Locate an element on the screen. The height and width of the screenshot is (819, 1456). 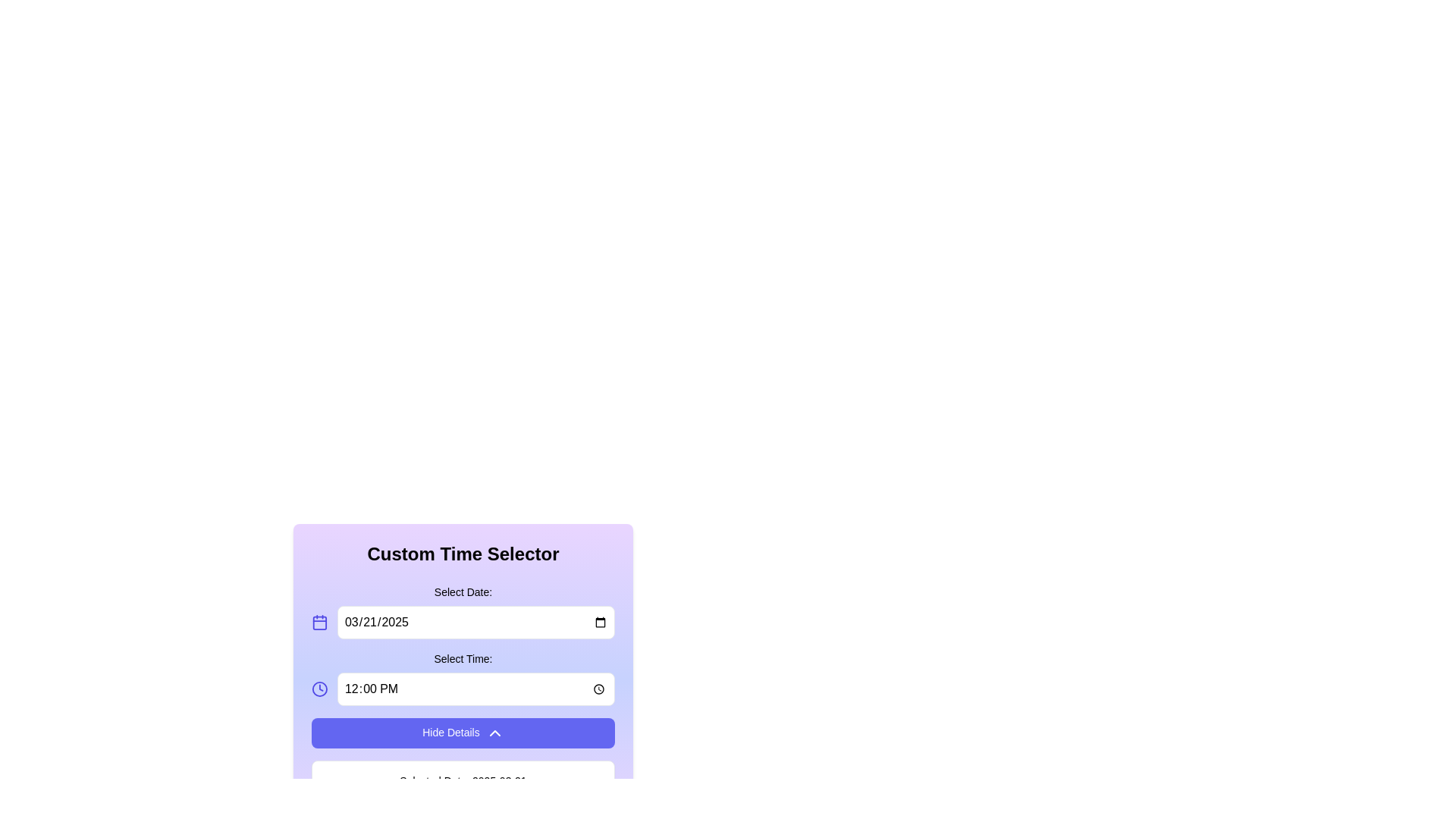
the background rectangle of the calendar icon, which is outlined in purple and located adjacent to the 'Select Date' text field is located at coordinates (319, 623).